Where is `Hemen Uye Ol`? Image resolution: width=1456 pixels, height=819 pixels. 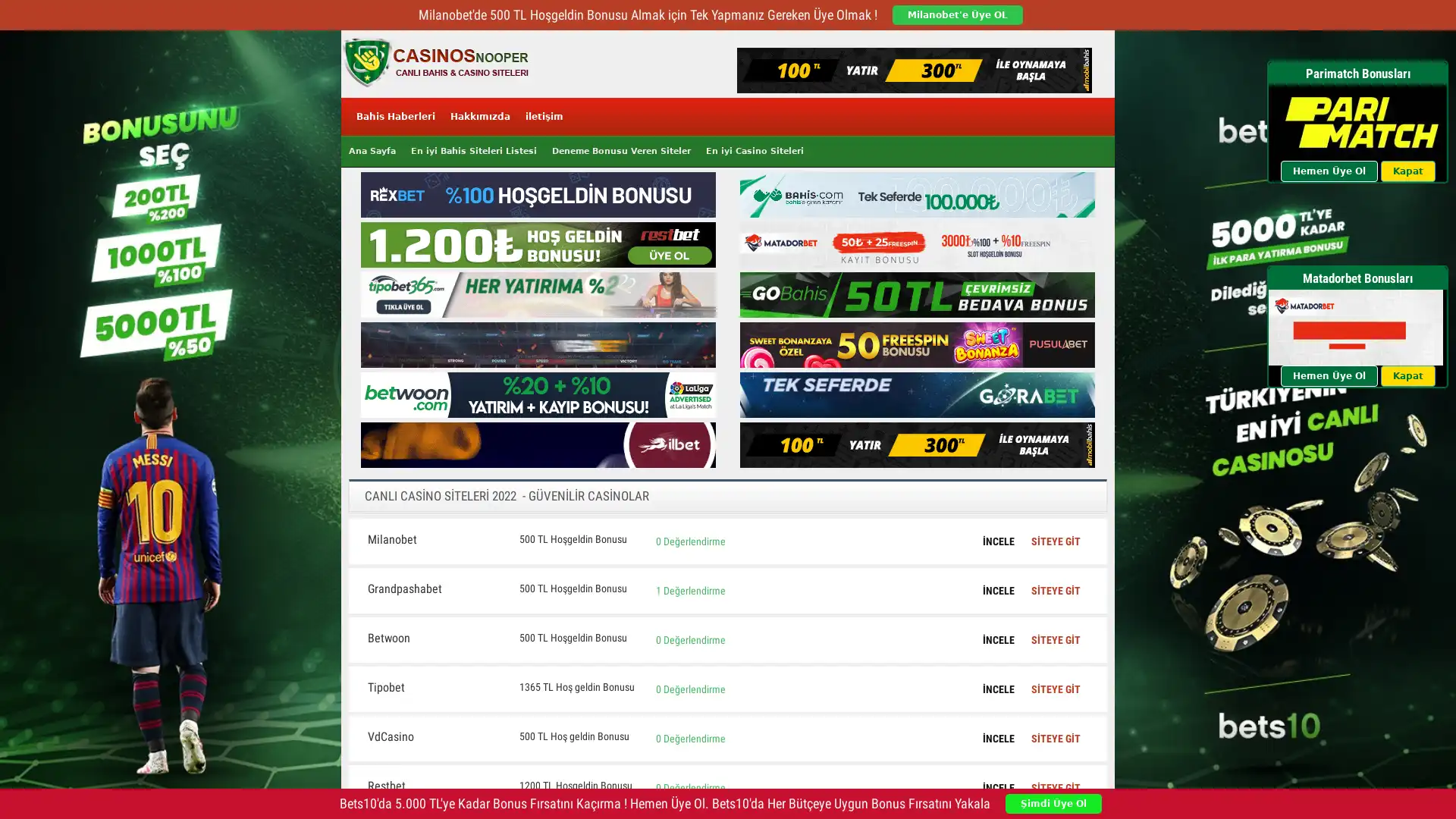
Hemen Uye Ol is located at coordinates (1328, 375).